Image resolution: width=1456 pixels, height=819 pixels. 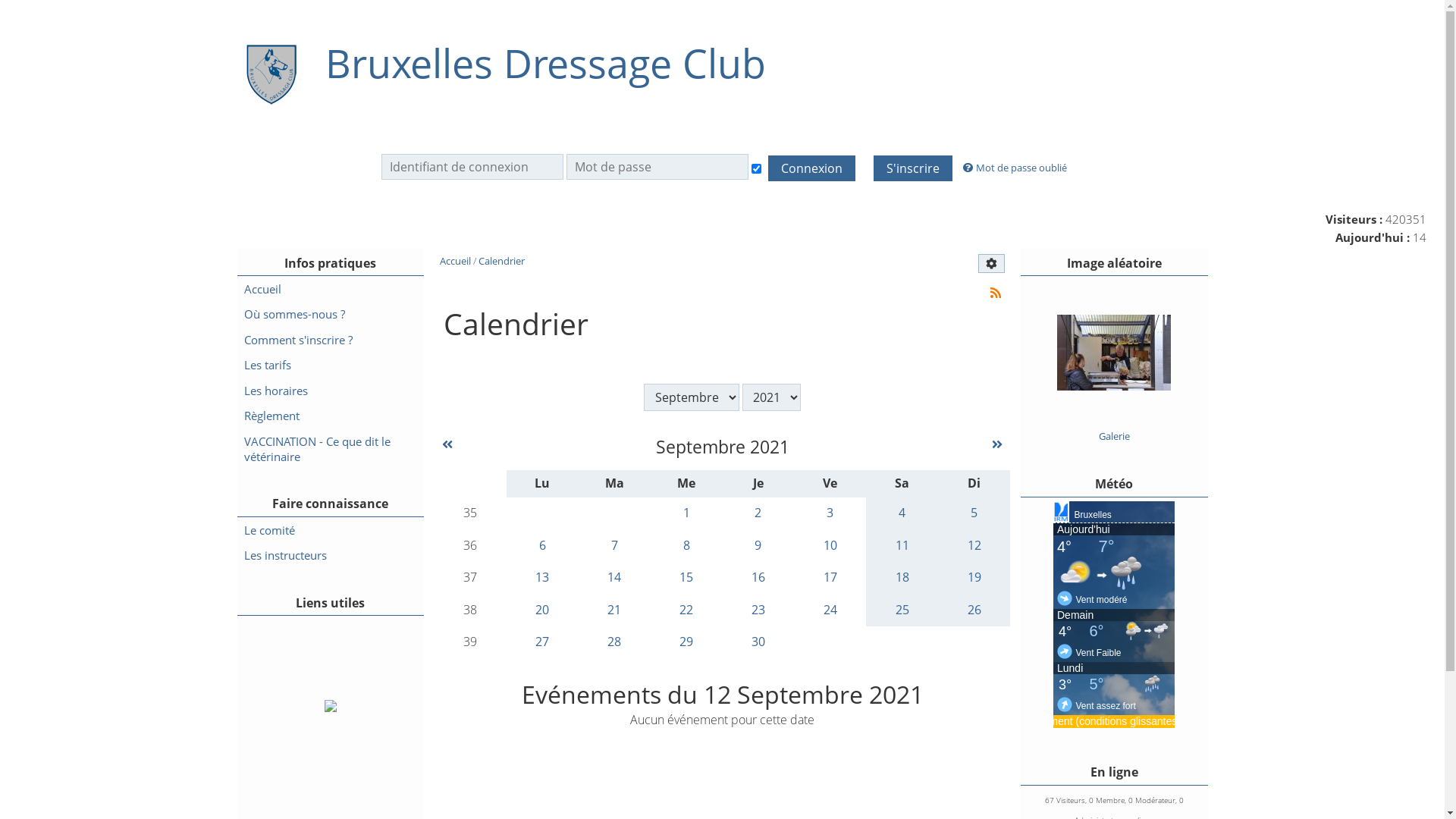 What do you see at coordinates (1114, 435) in the screenshot?
I see `'Galerie'` at bounding box center [1114, 435].